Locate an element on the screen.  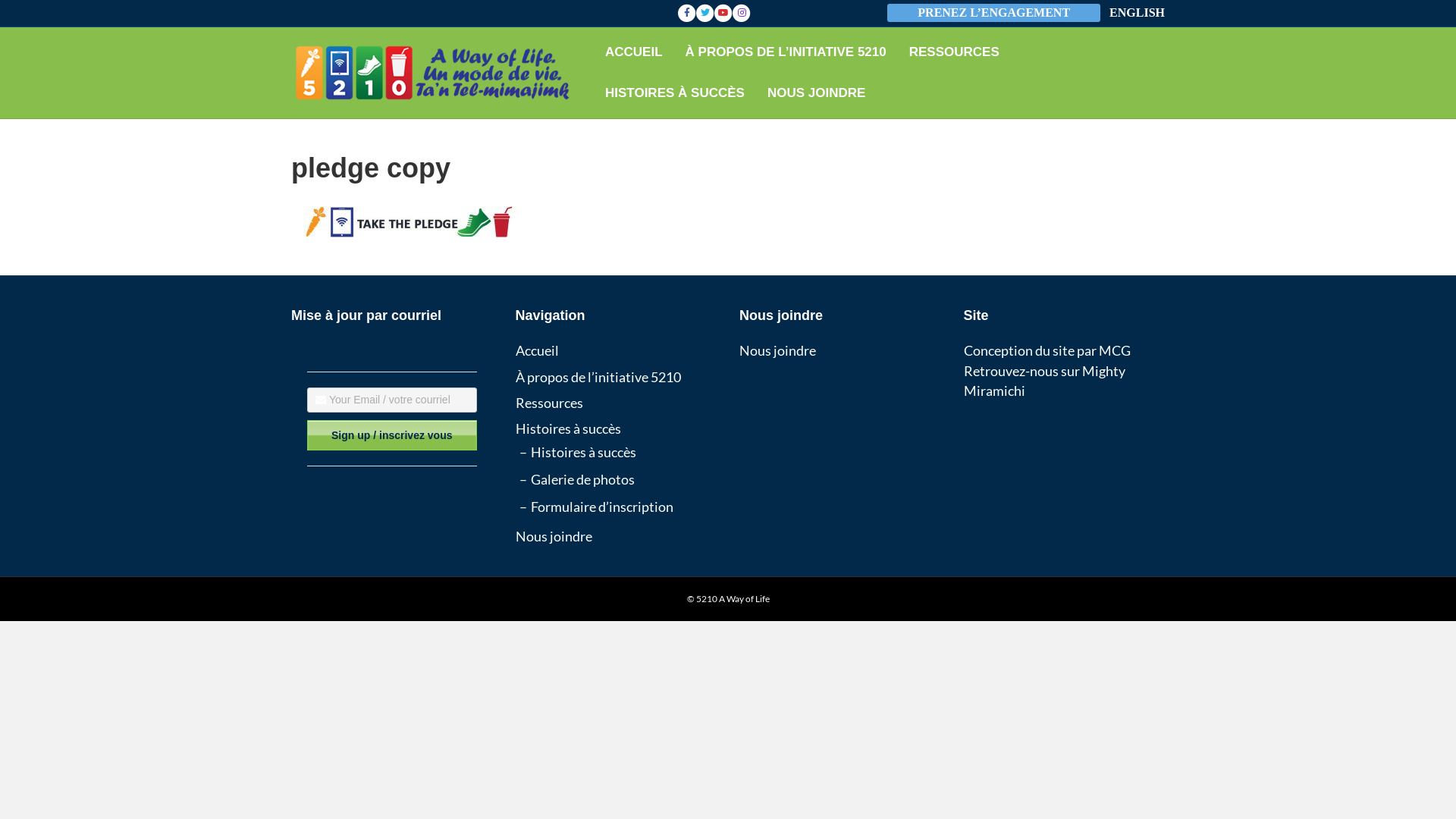
'Mighty Miramichi' is located at coordinates (1043, 379).